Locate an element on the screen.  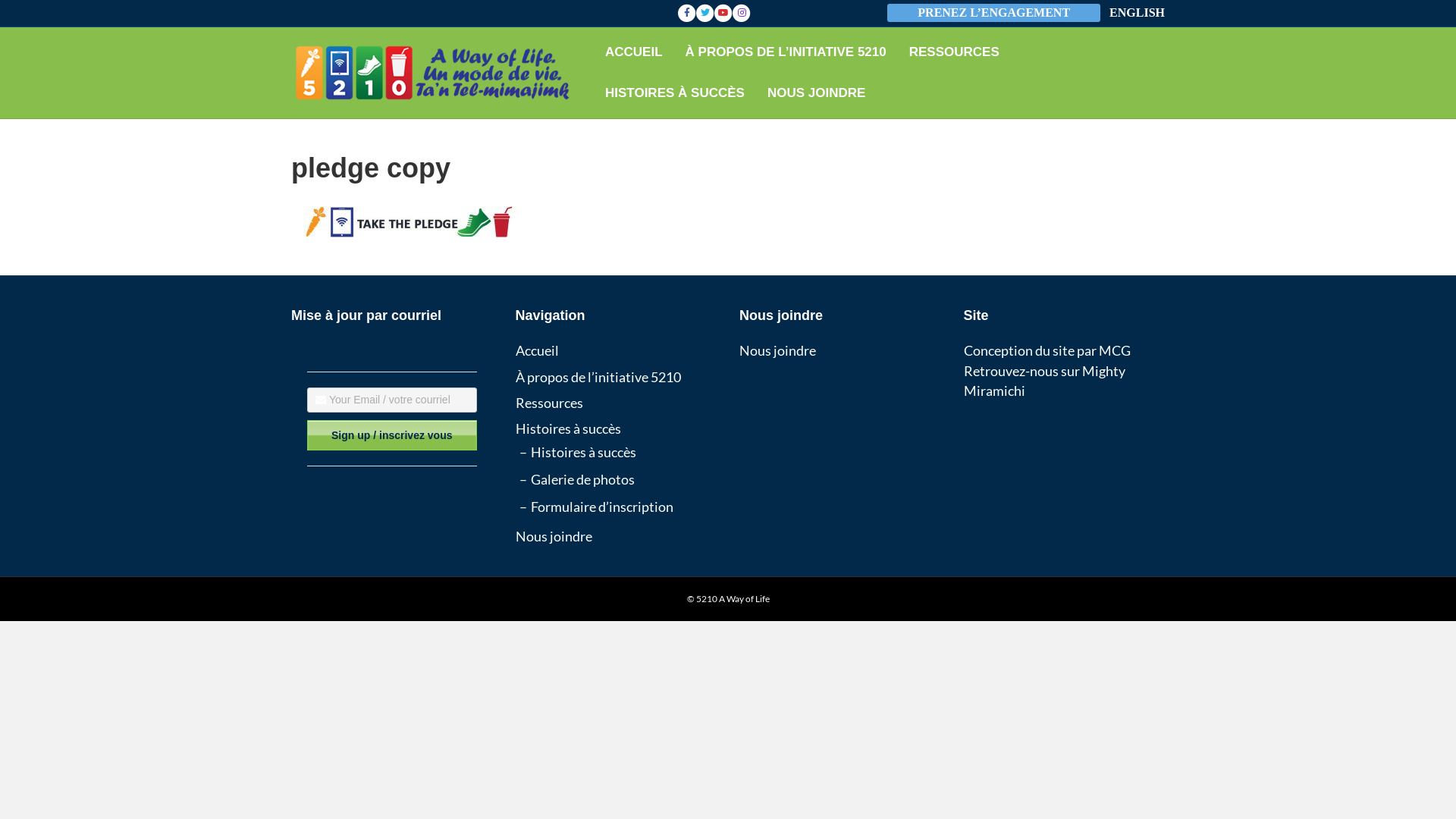
'Mighty Miramichi' is located at coordinates (1043, 379).